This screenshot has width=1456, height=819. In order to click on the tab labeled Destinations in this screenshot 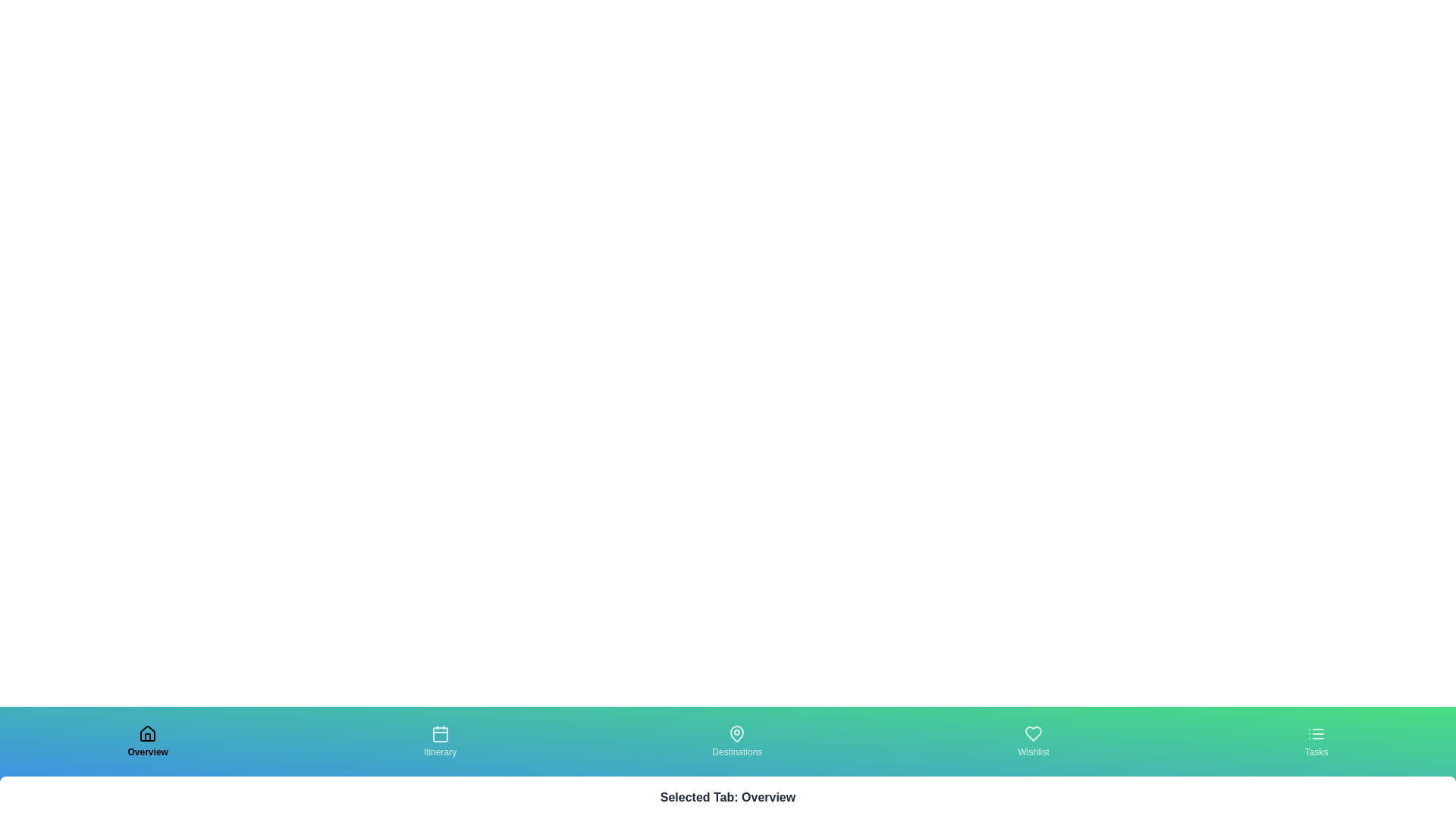, I will do `click(736, 741)`.